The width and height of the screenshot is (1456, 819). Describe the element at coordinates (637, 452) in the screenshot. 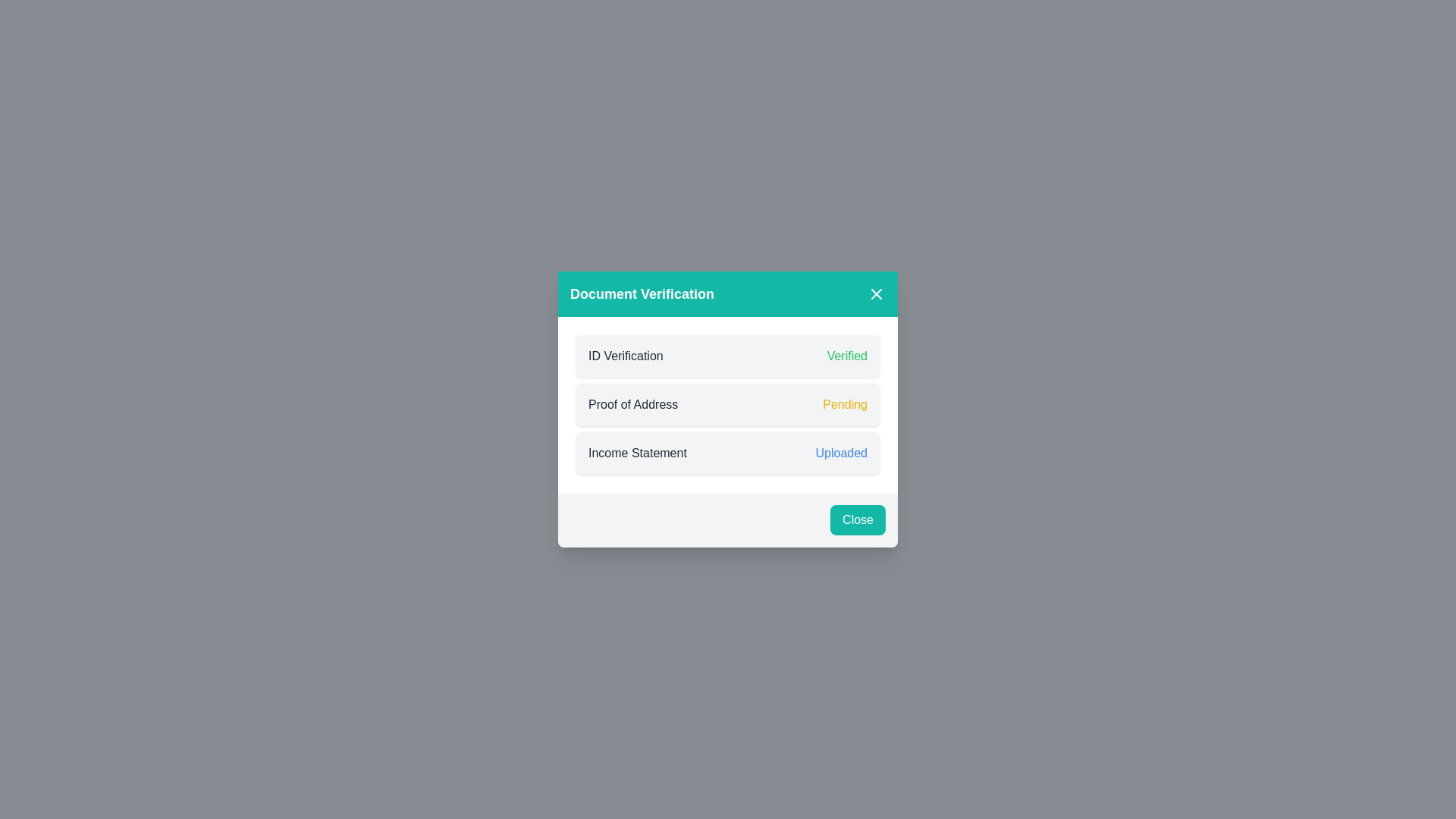

I see `the static text label that identifies the document type as 'Income Statement' in the 'Document Verification' modal interface, which is located in the third row above the 'Close' button` at that location.